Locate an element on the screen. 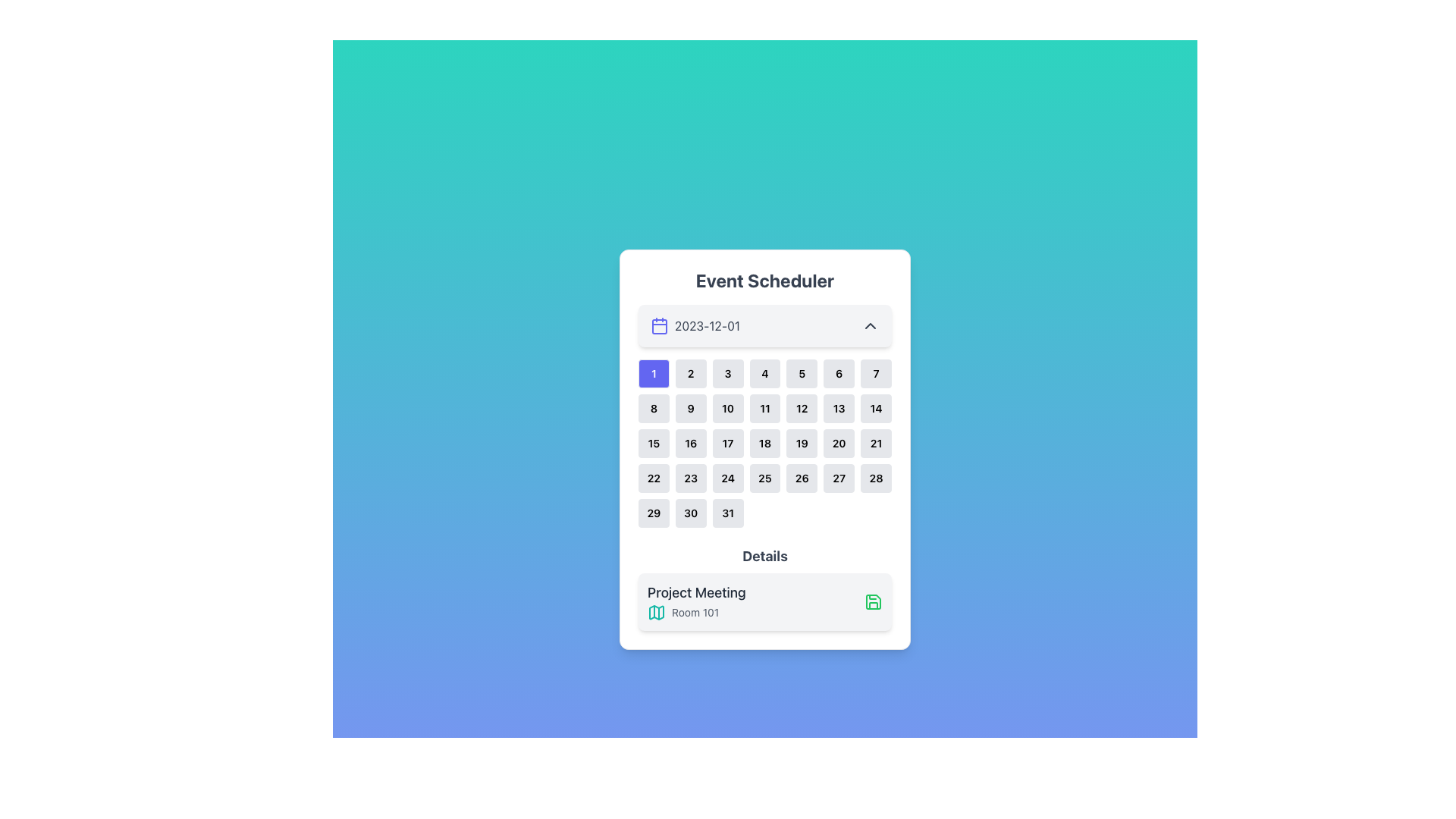 The width and height of the screenshot is (1456, 819). the date displayed as '2023-12-01' next to the calendar icon is located at coordinates (694, 325).